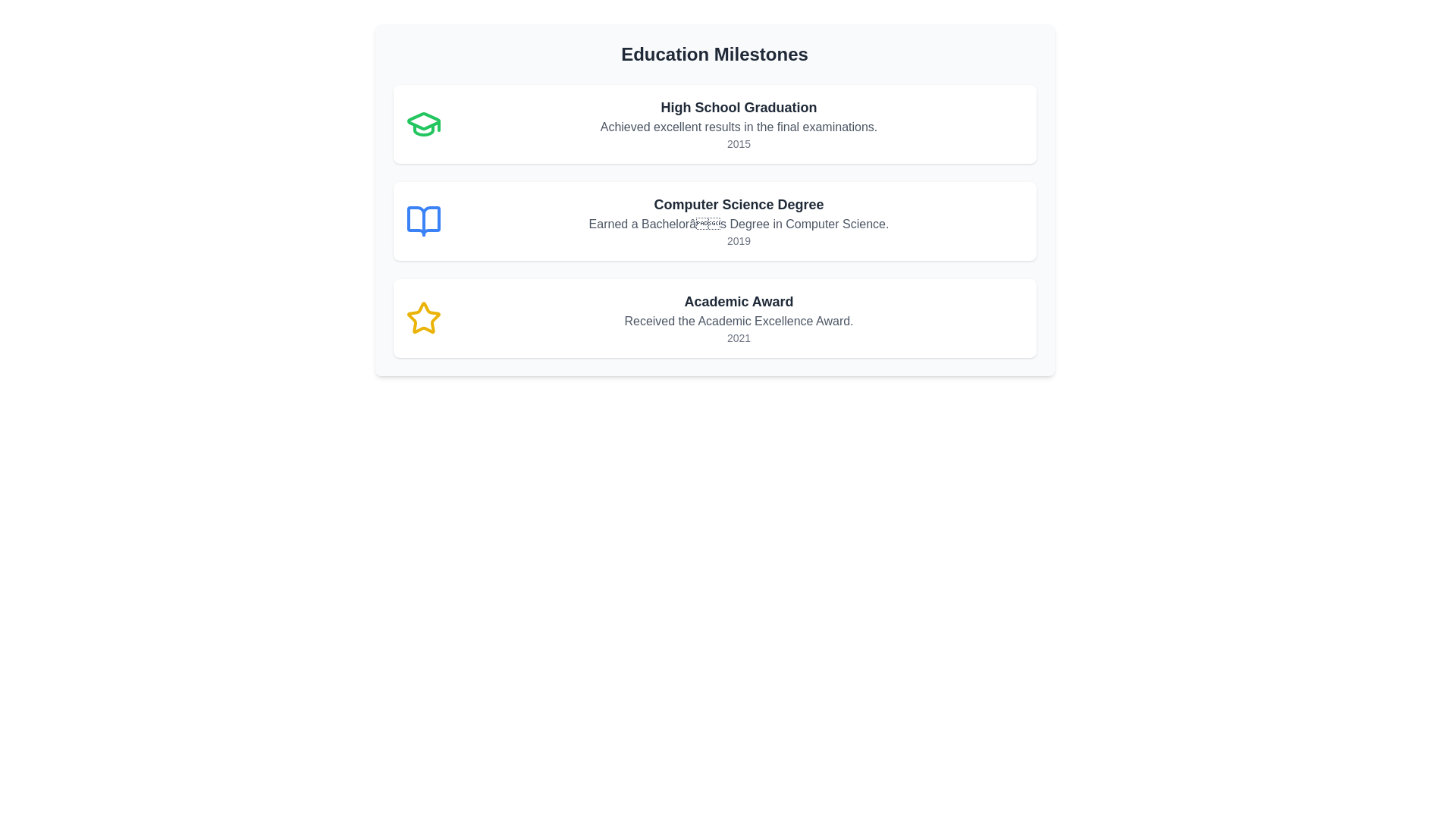  Describe the element at coordinates (423, 221) in the screenshot. I see `the blue book icon located in the 'Education Milestones' section, which is aligned to the left of the 'Computer Science Degree' text block` at that location.